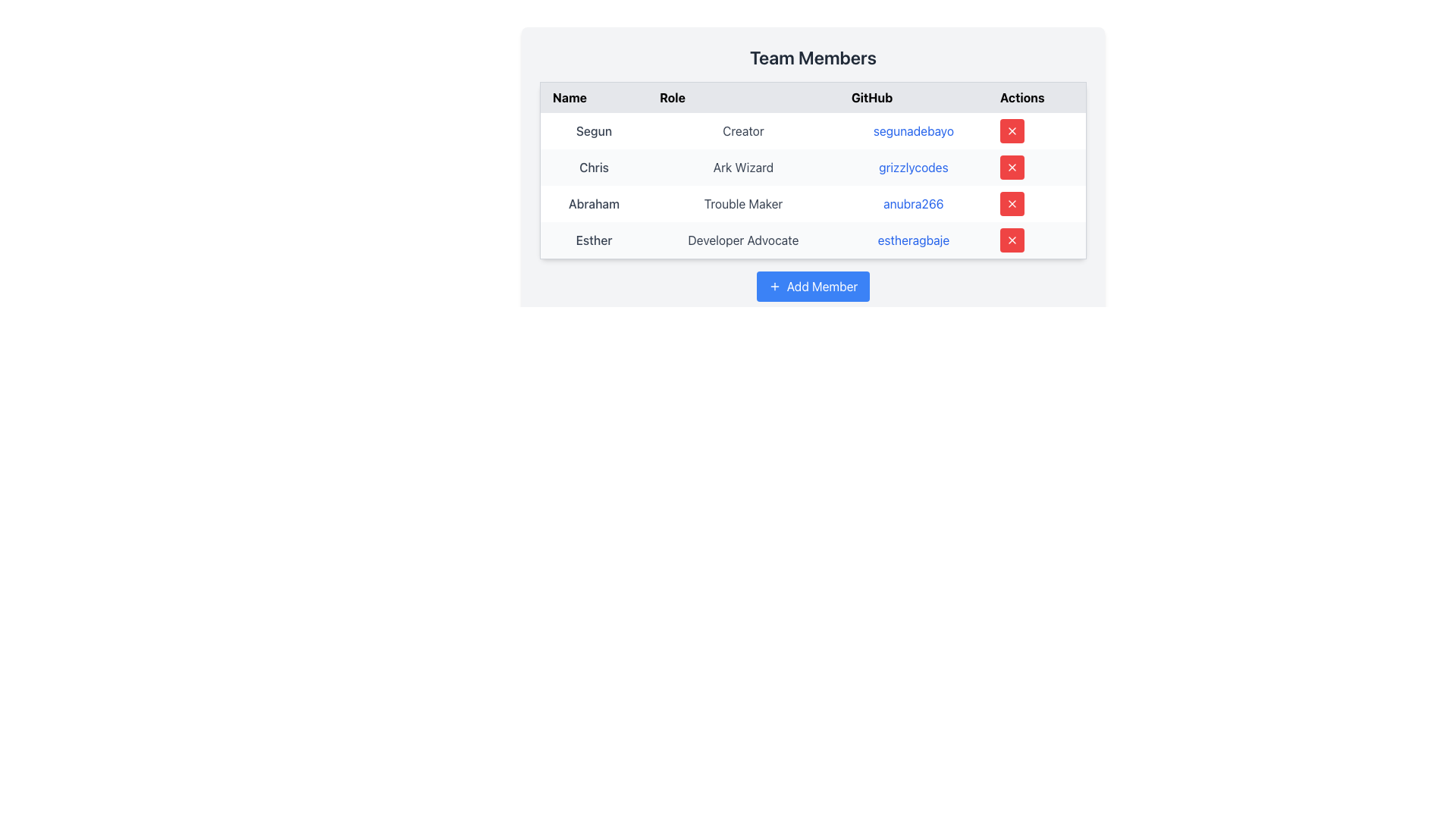 The width and height of the screenshot is (1456, 819). I want to click on the close icon button resembling an 'X' in the 'Actions' column for the row corresponding to 'Abraham' (GitHub username 'anubra266'), so click(1012, 203).